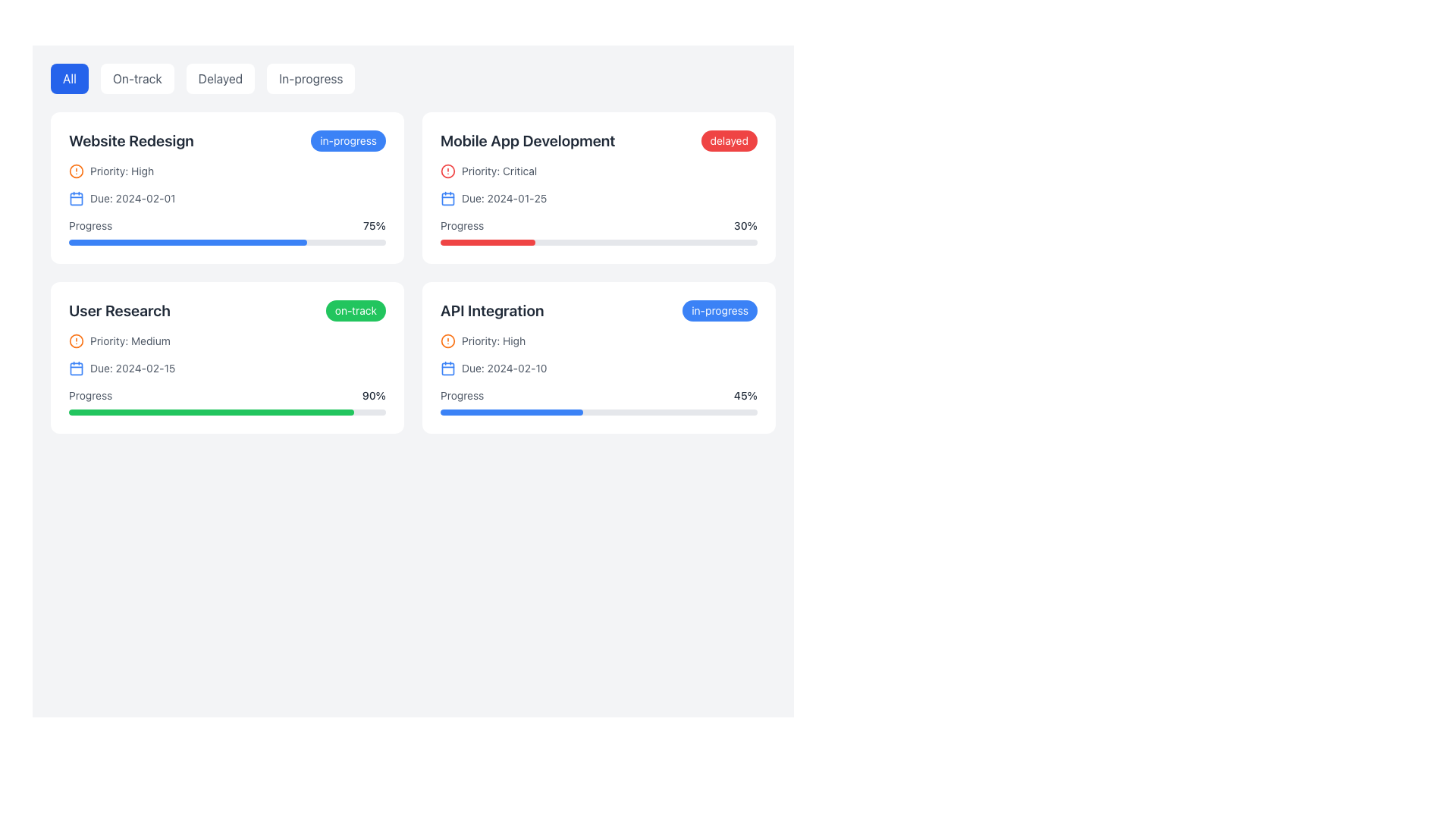 This screenshot has height=819, width=1456. I want to click on the circular boundary of the warning icon located in the card labeled 'API Integration' in the bottom-right corner of the interface, so click(447, 341).